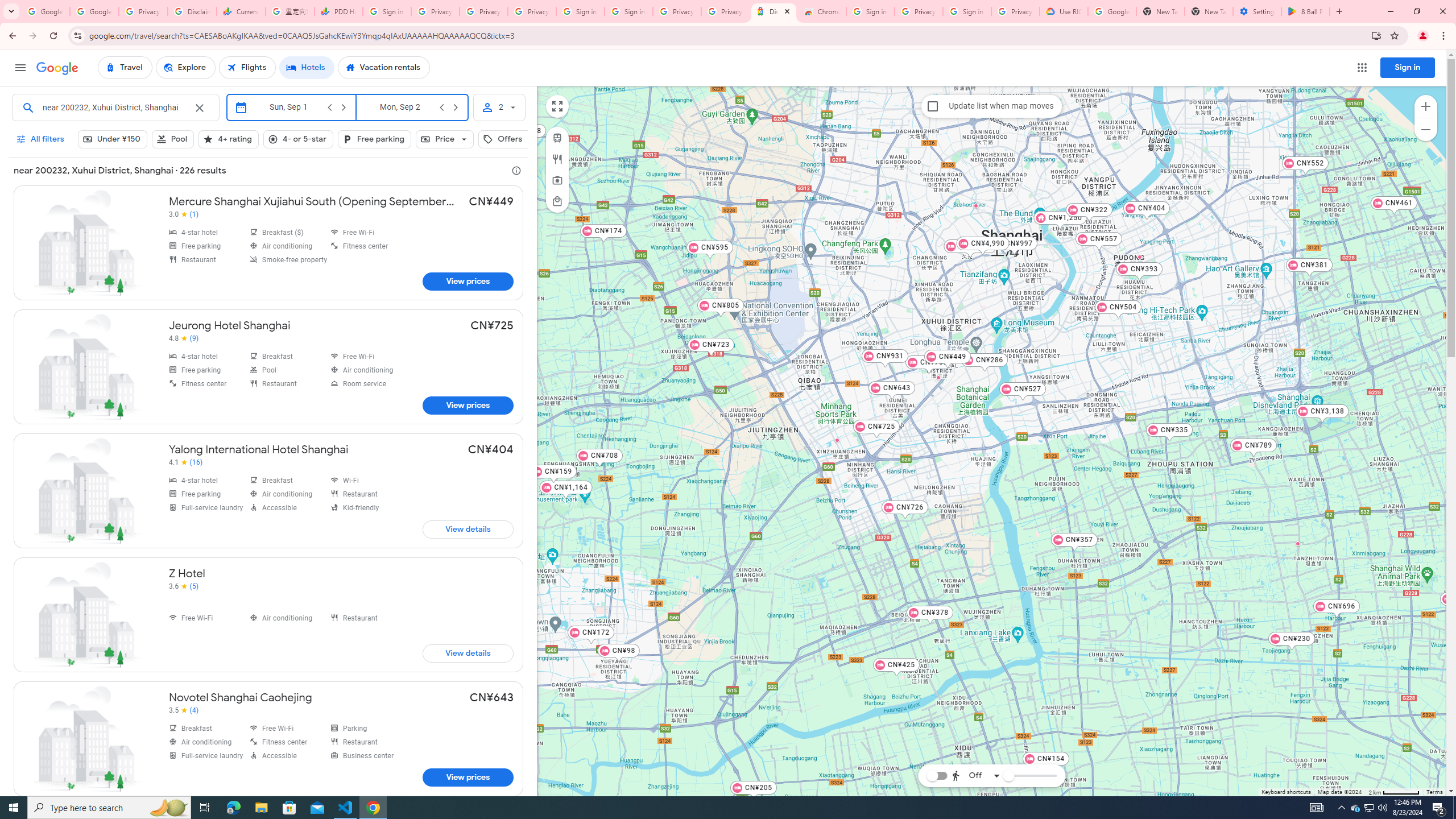  Describe the element at coordinates (297, 139) in the screenshot. I see `'4- or 5-star, Hotel class, Not selected'` at that location.